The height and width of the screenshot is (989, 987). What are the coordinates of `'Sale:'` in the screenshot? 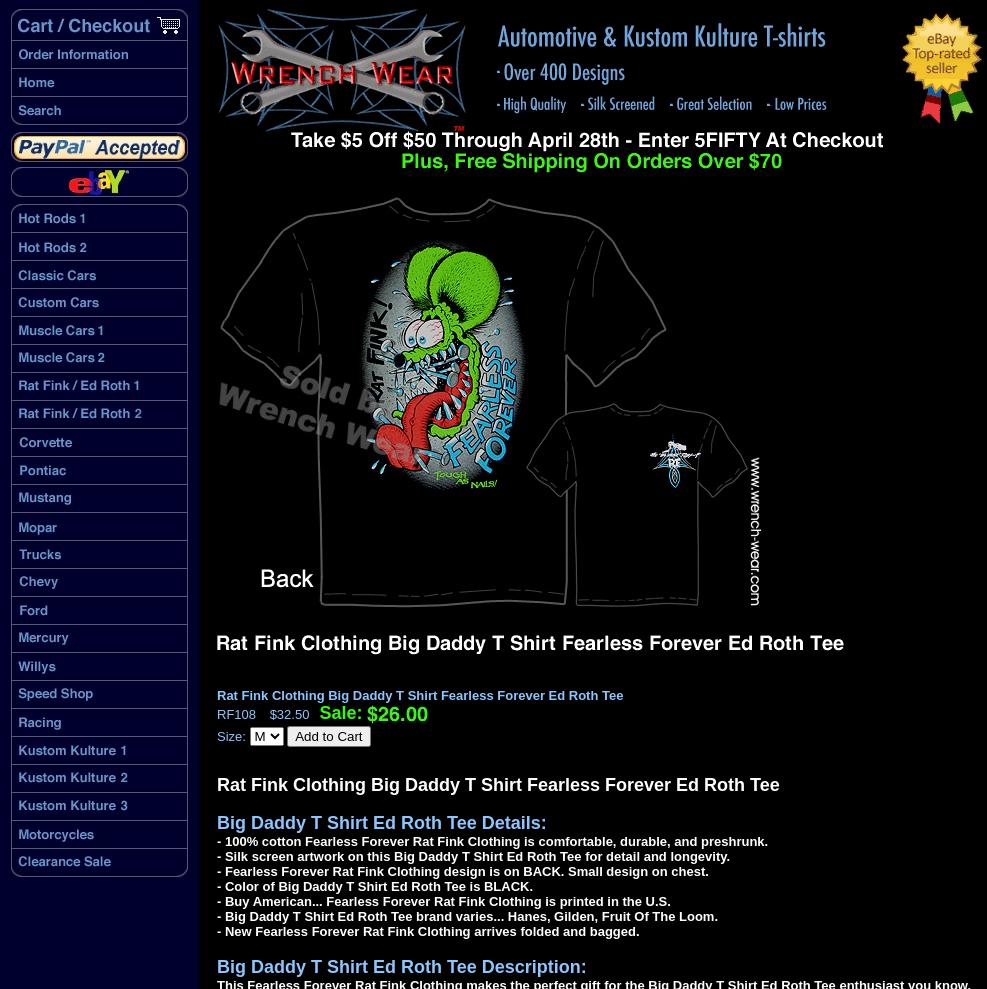 It's located at (339, 711).